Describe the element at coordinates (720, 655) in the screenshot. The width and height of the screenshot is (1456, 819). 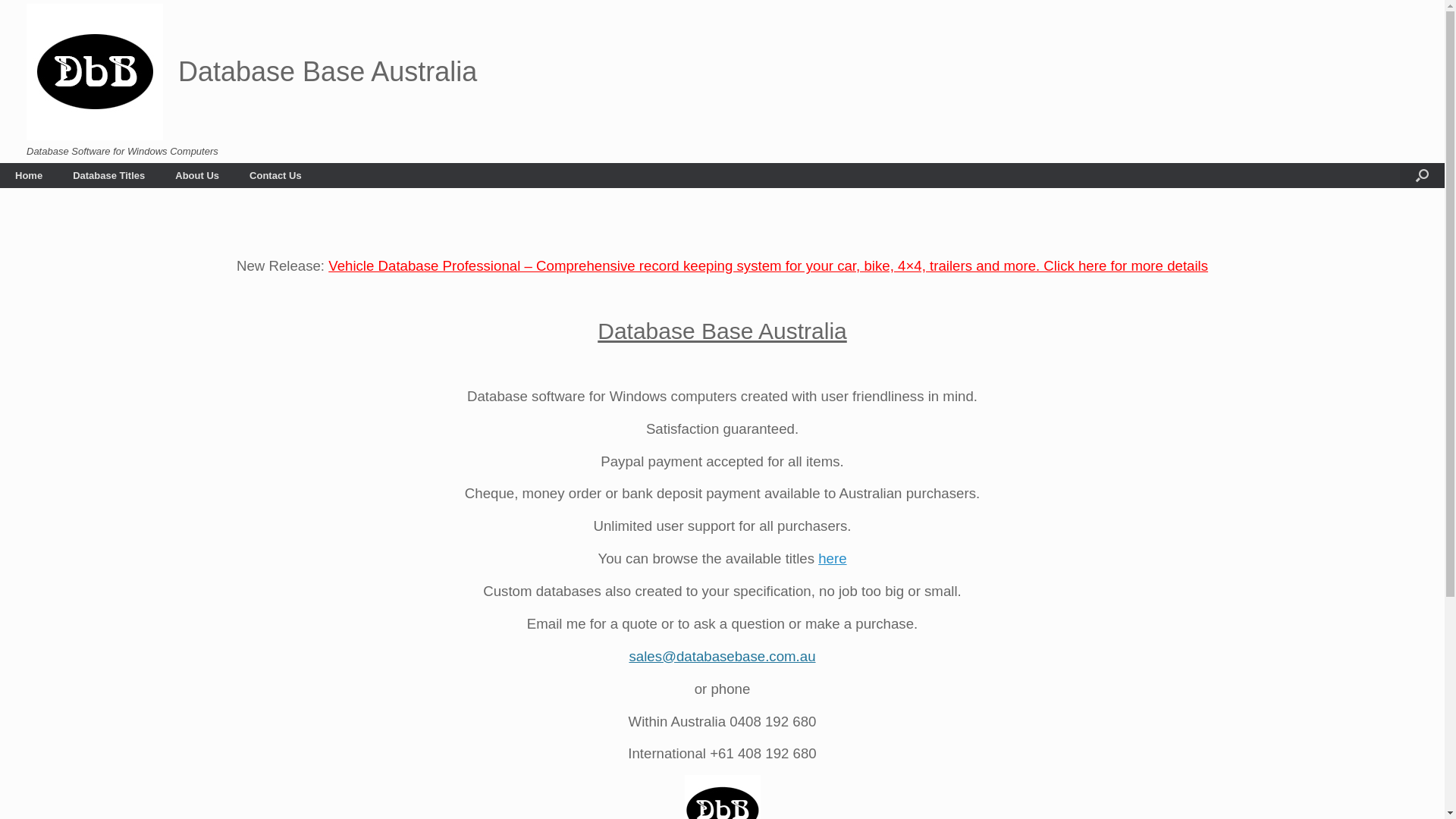
I see `'sales@databasebase.com.au'` at that location.